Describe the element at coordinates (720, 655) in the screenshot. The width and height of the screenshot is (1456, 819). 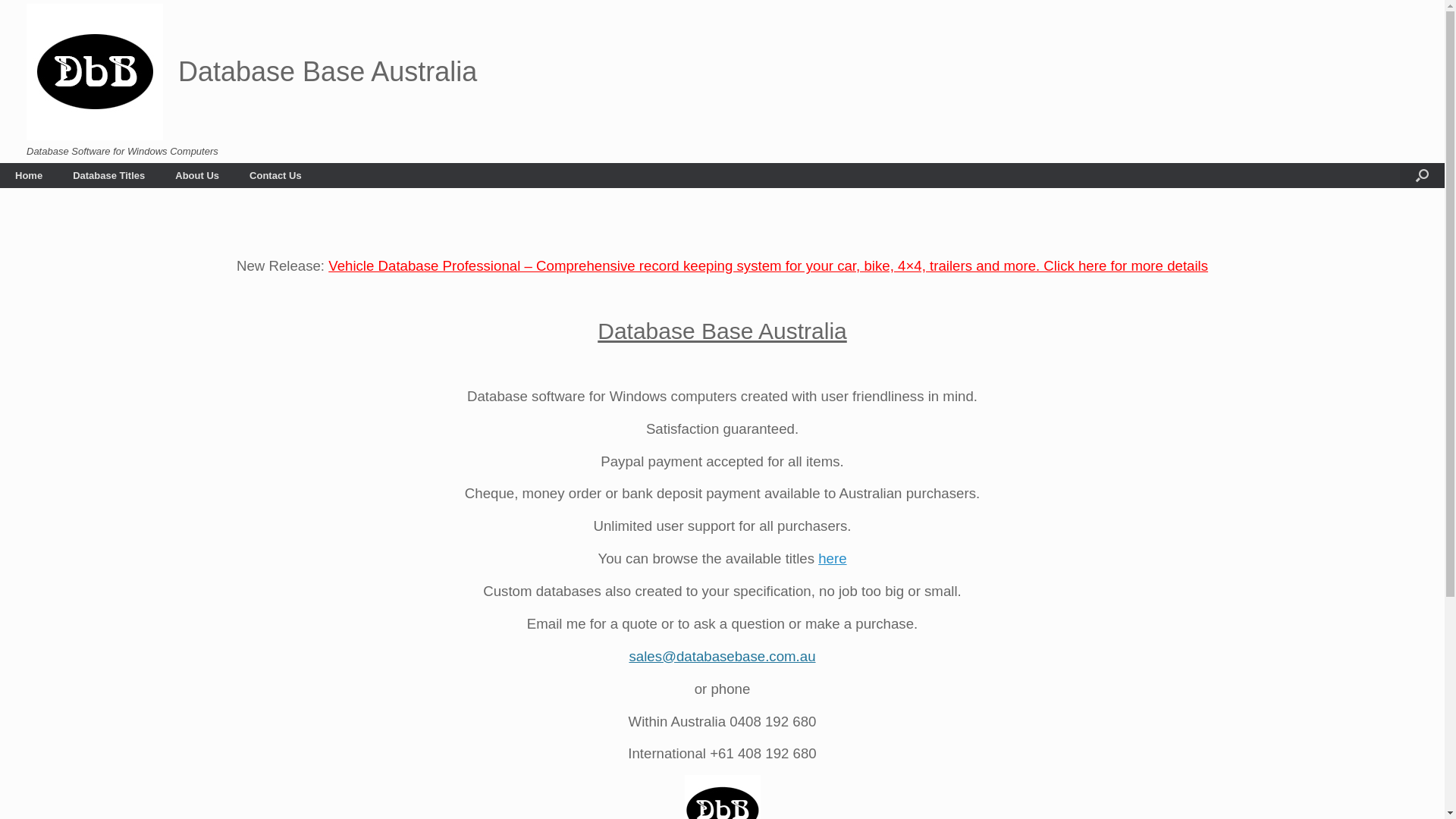
I see `'sales@databasebase.com.au'` at that location.